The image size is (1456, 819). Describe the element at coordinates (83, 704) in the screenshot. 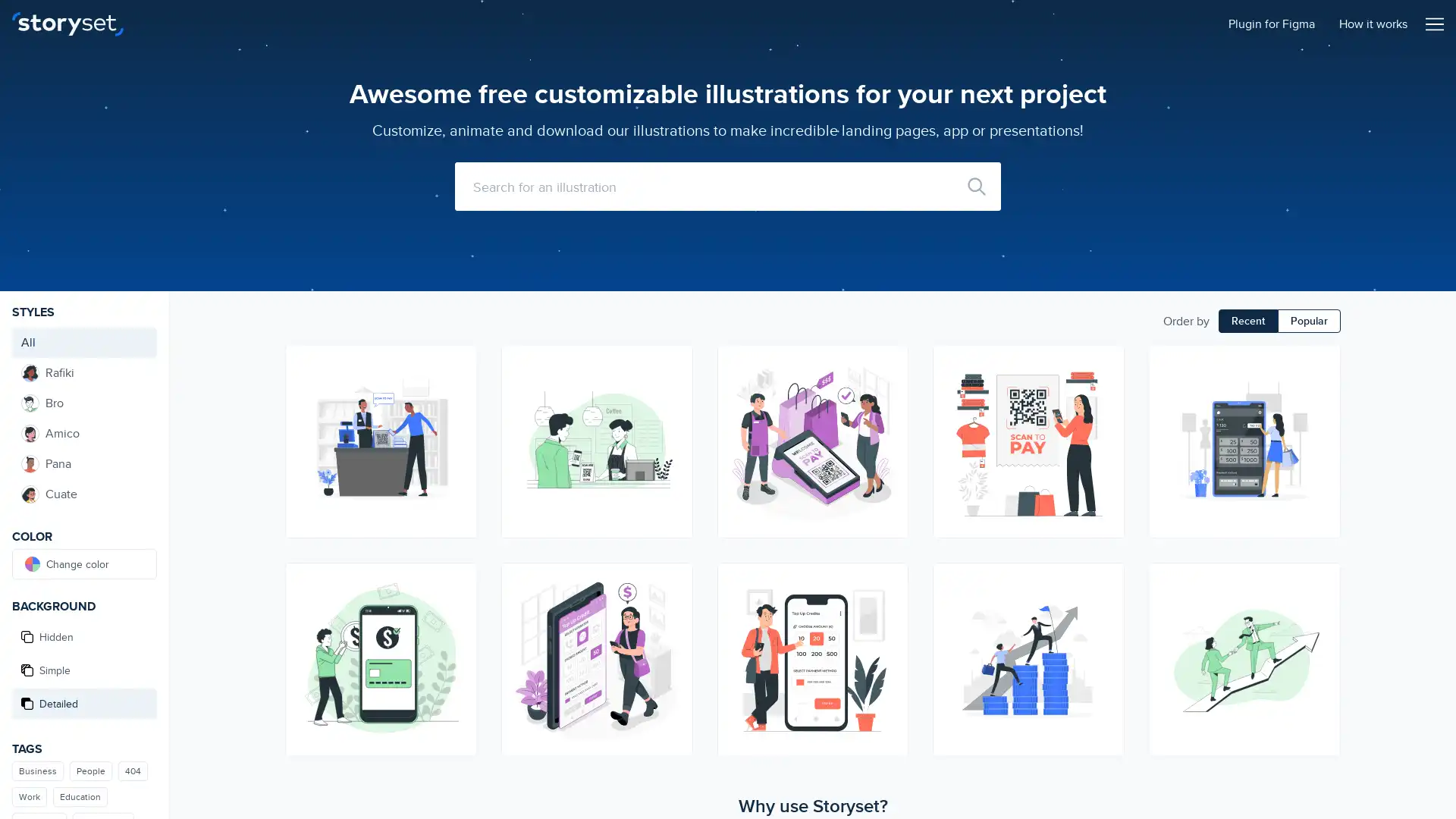

I see `Detailed` at that location.